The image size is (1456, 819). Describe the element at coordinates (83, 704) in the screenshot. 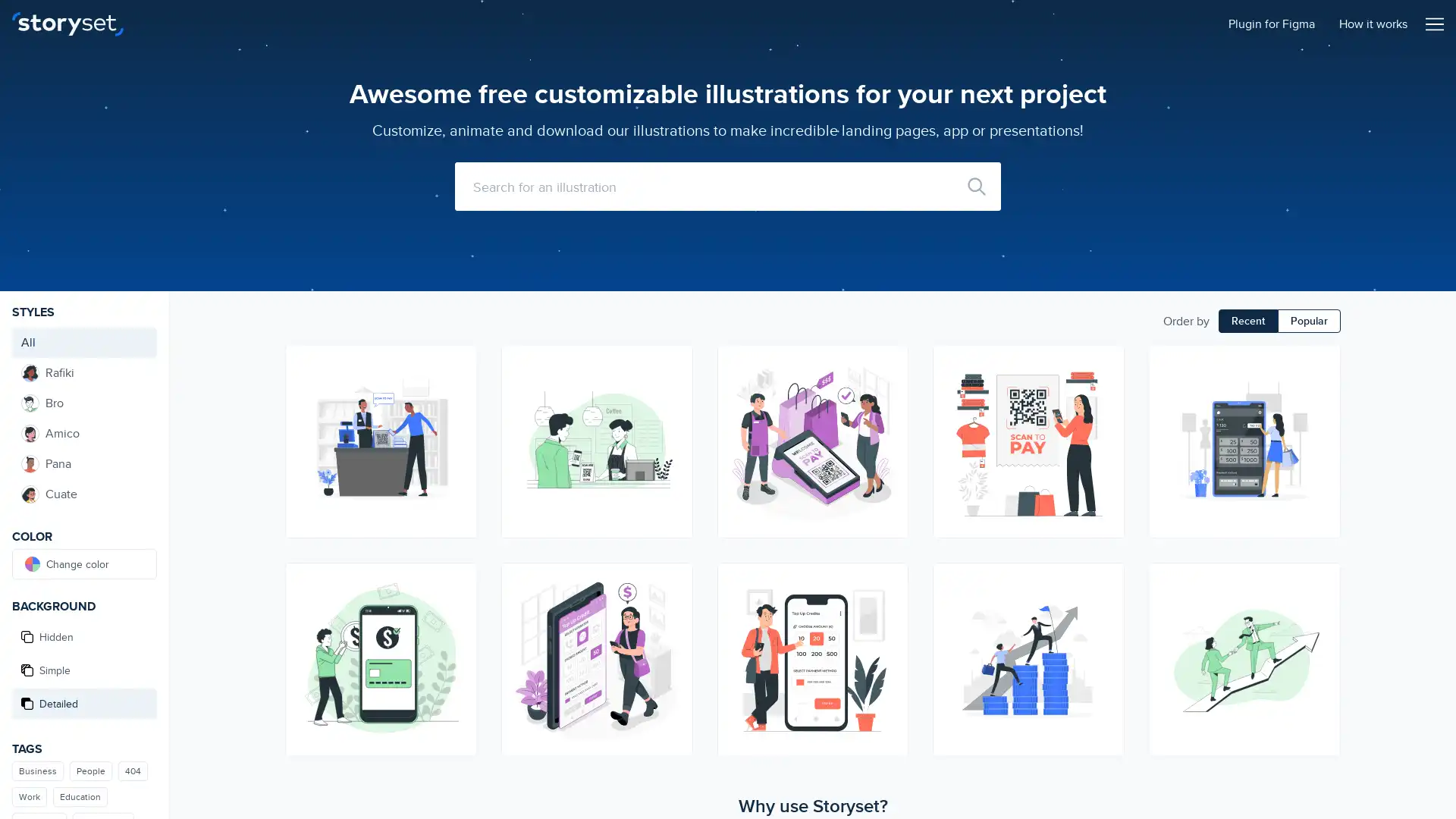

I see `Detailed` at that location.